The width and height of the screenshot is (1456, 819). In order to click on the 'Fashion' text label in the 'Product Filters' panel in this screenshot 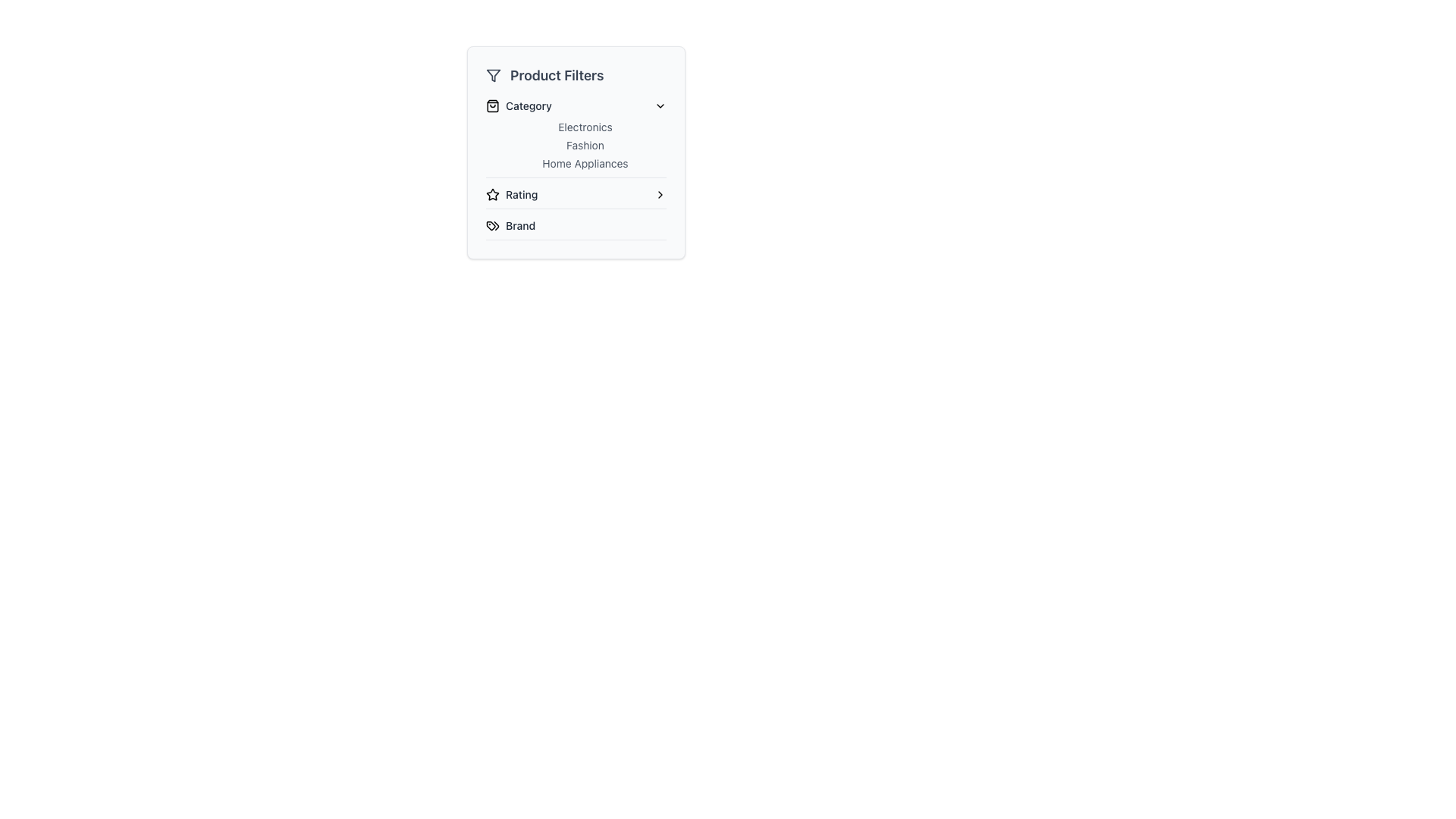, I will do `click(585, 146)`.